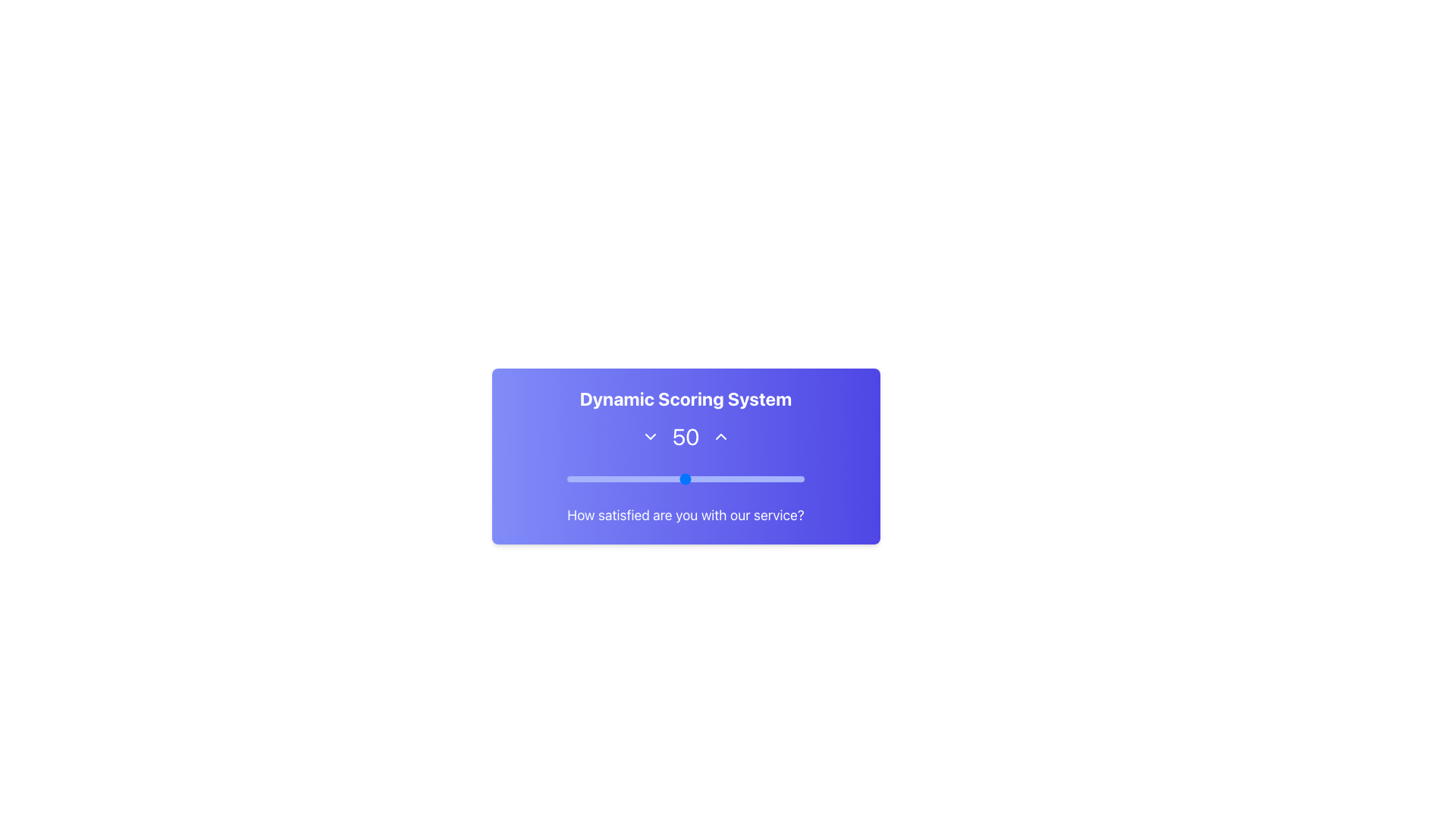 Image resolution: width=1456 pixels, height=819 pixels. Describe the element at coordinates (641, 475) in the screenshot. I see `the slider` at that location.